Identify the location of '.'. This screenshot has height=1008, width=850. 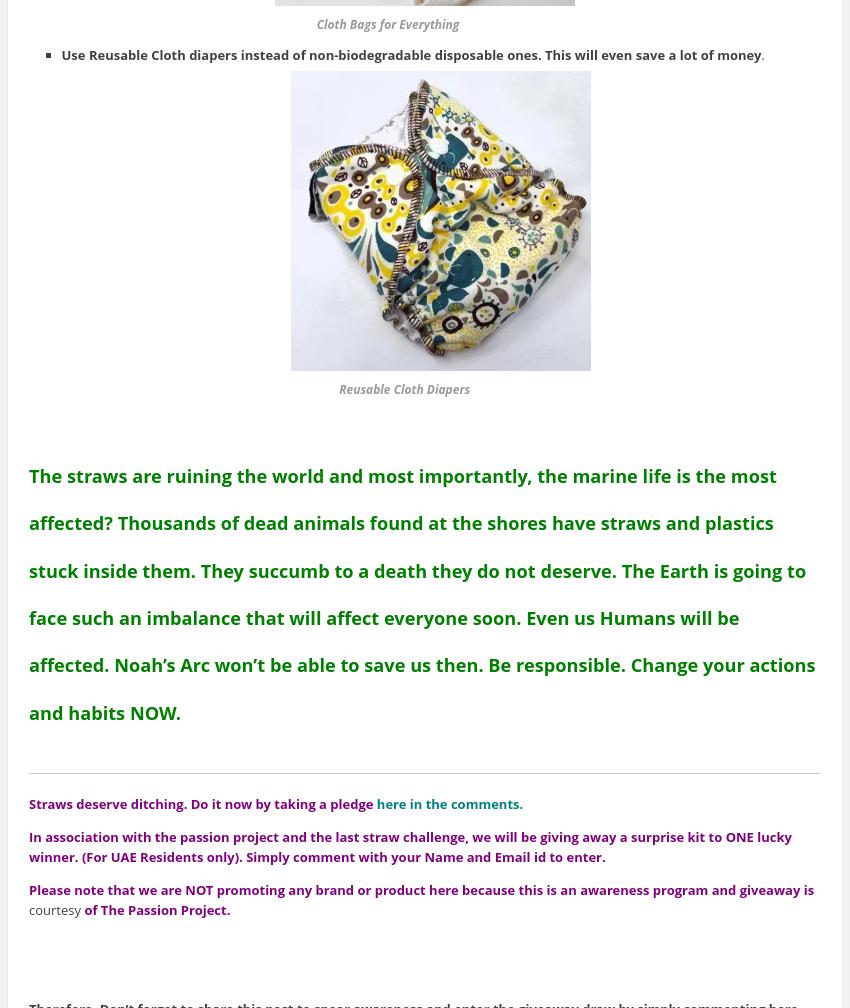
(762, 55).